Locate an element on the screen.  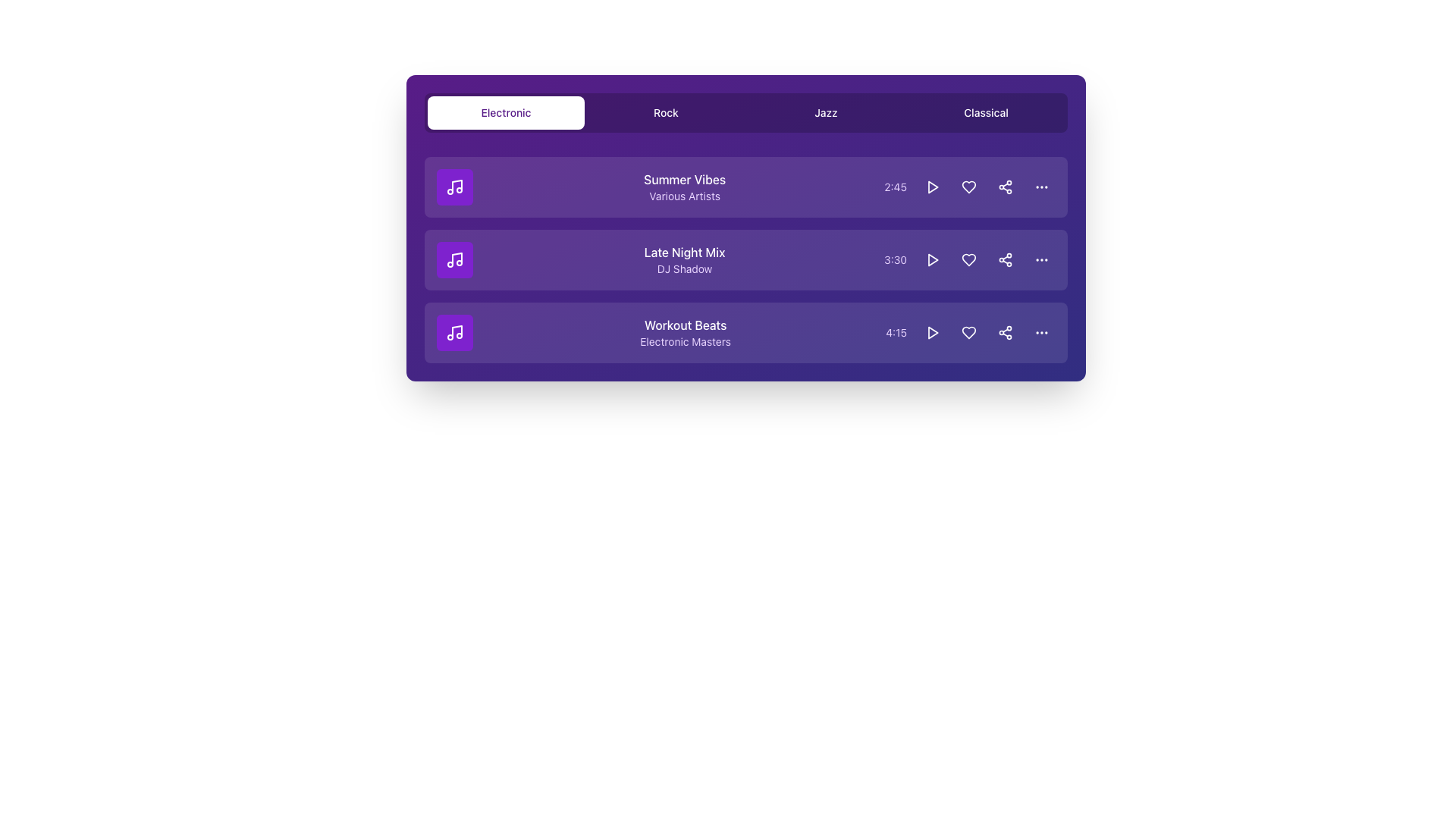
the heart-shaped icon button located in the bottom right section of the third row in a list of items is located at coordinates (968, 332).